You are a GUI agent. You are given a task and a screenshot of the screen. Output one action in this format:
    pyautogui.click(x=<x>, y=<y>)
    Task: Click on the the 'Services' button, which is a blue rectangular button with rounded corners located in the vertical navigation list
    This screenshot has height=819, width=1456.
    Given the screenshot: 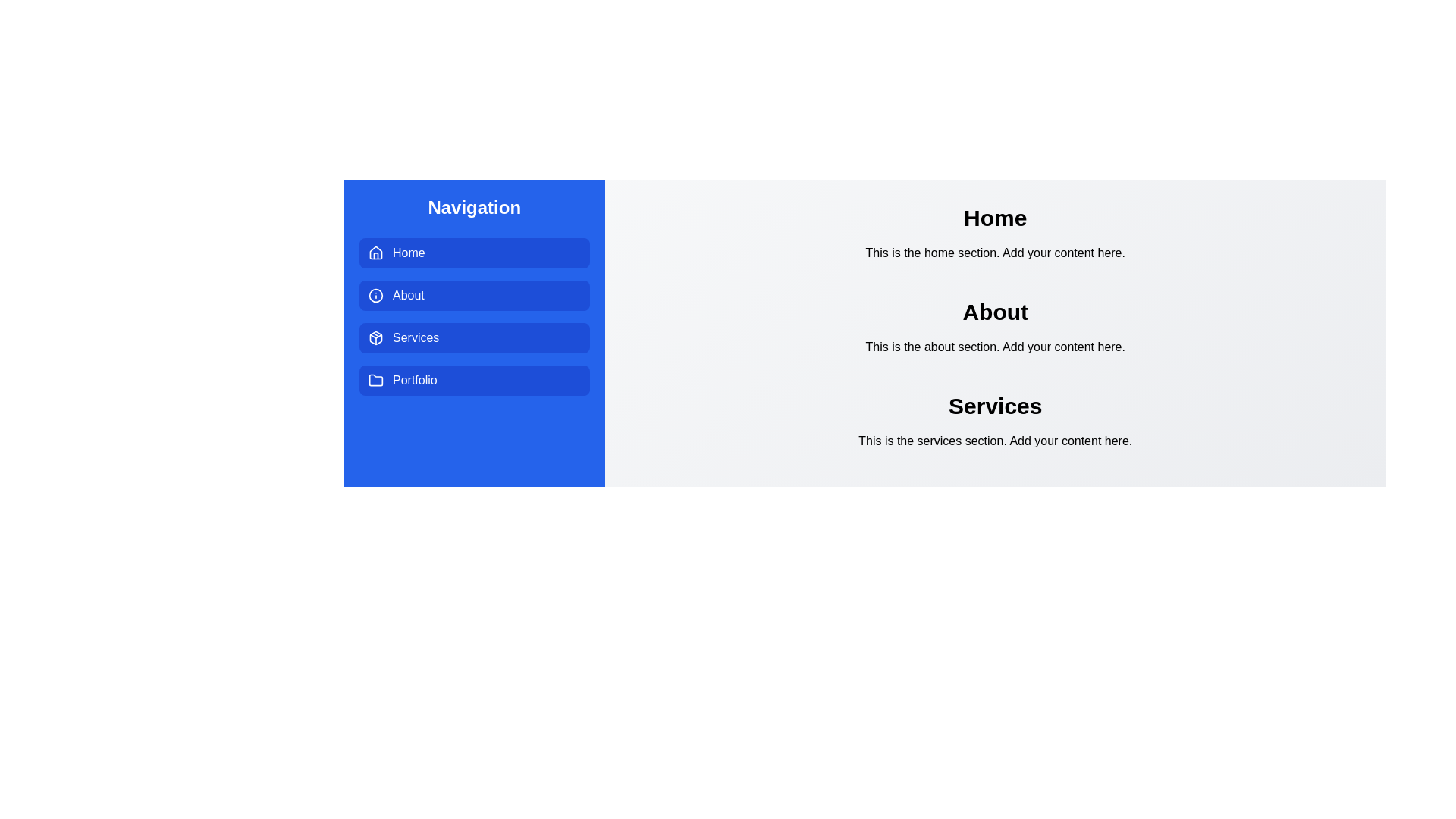 What is the action you would take?
    pyautogui.click(x=473, y=337)
    